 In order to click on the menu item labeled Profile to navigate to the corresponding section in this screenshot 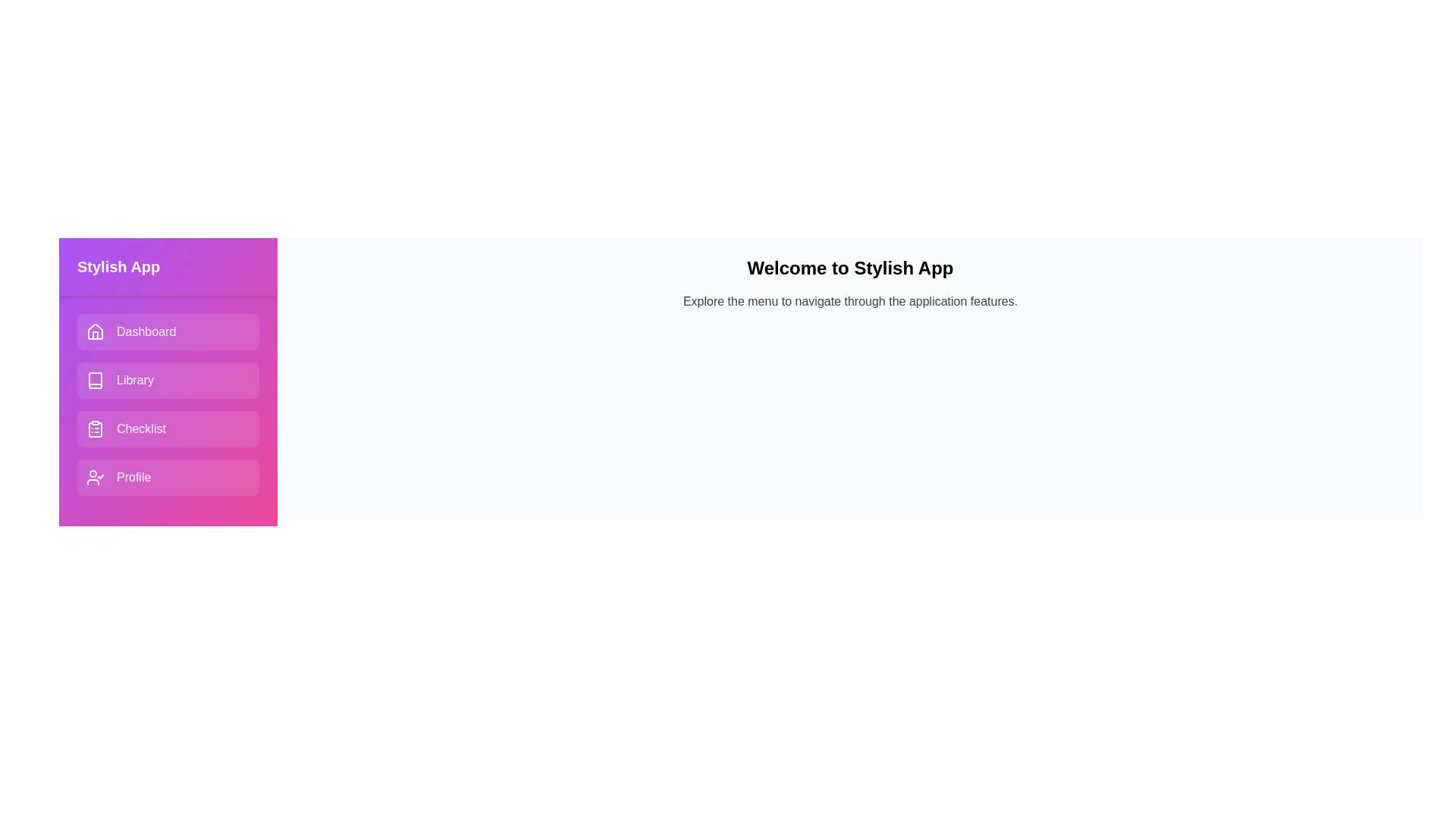, I will do `click(168, 476)`.